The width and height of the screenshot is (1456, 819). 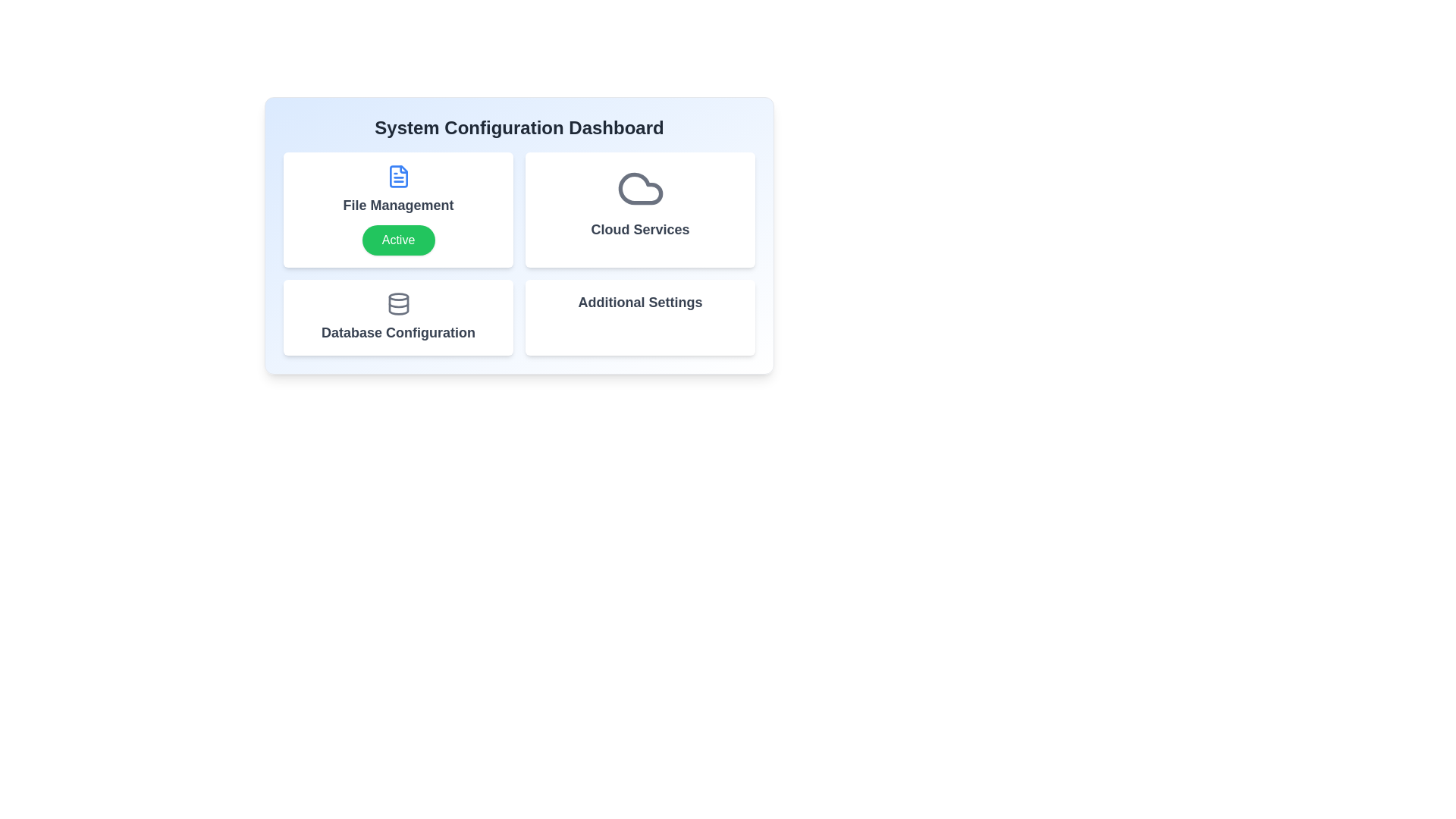 What do you see at coordinates (398, 305) in the screenshot?
I see `the Database Configuration card surrounding the database icon` at bounding box center [398, 305].